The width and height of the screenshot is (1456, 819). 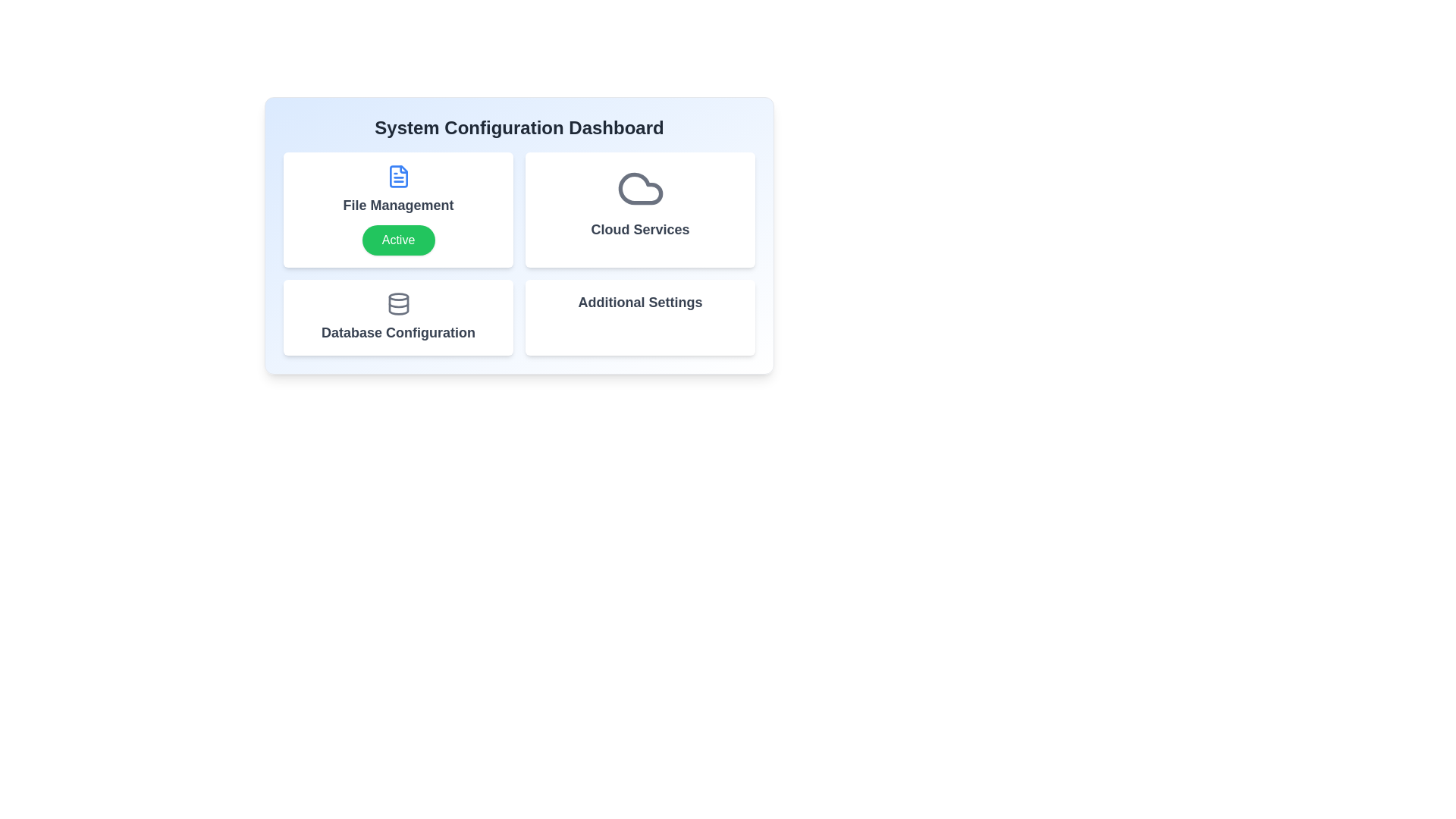 What do you see at coordinates (398, 305) in the screenshot?
I see `the Database Configuration card surrounding the database icon` at bounding box center [398, 305].